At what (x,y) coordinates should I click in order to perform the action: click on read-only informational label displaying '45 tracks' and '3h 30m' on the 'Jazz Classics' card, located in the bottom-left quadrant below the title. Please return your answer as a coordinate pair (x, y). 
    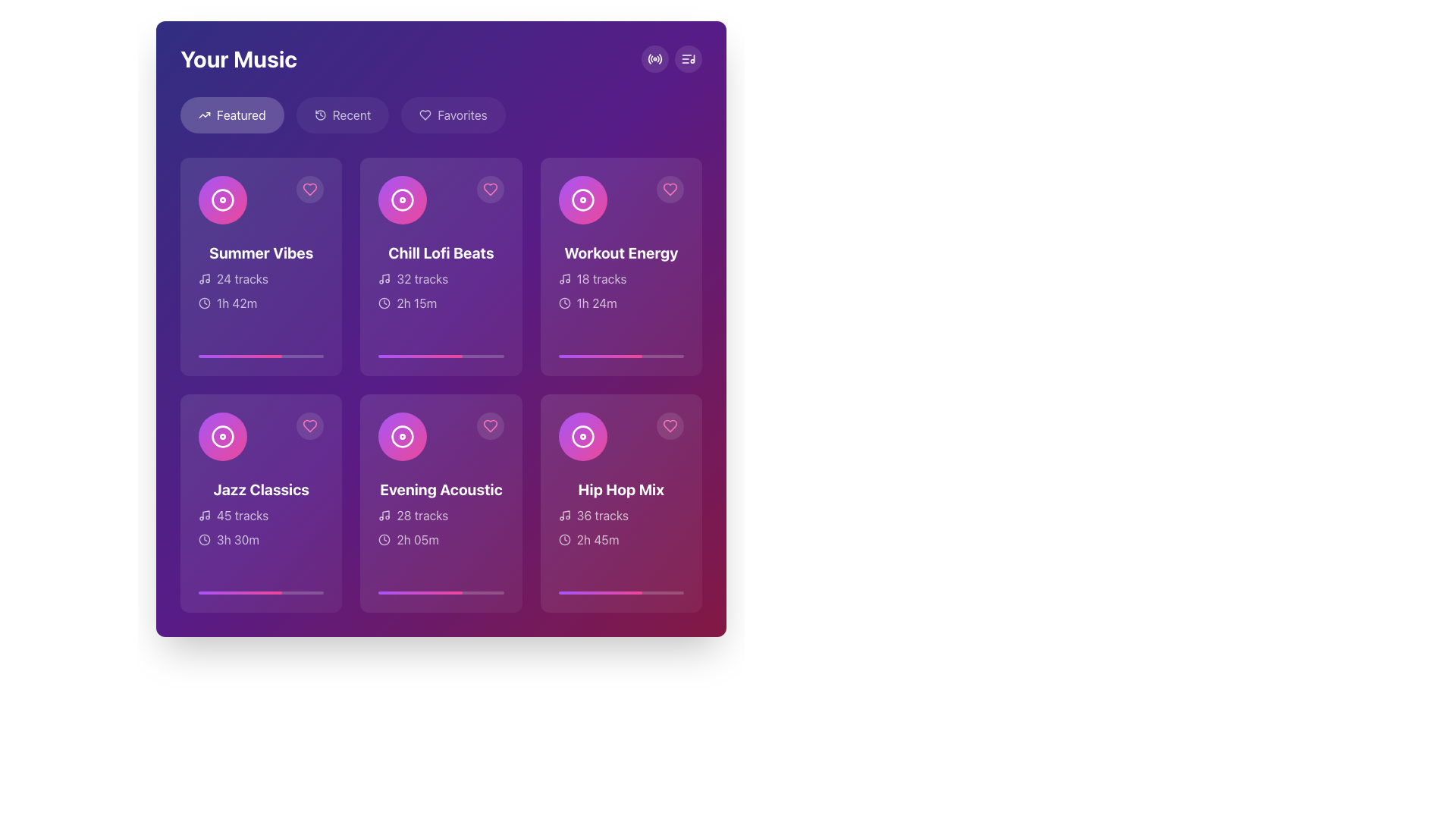
    Looking at the image, I should click on (261, 526).